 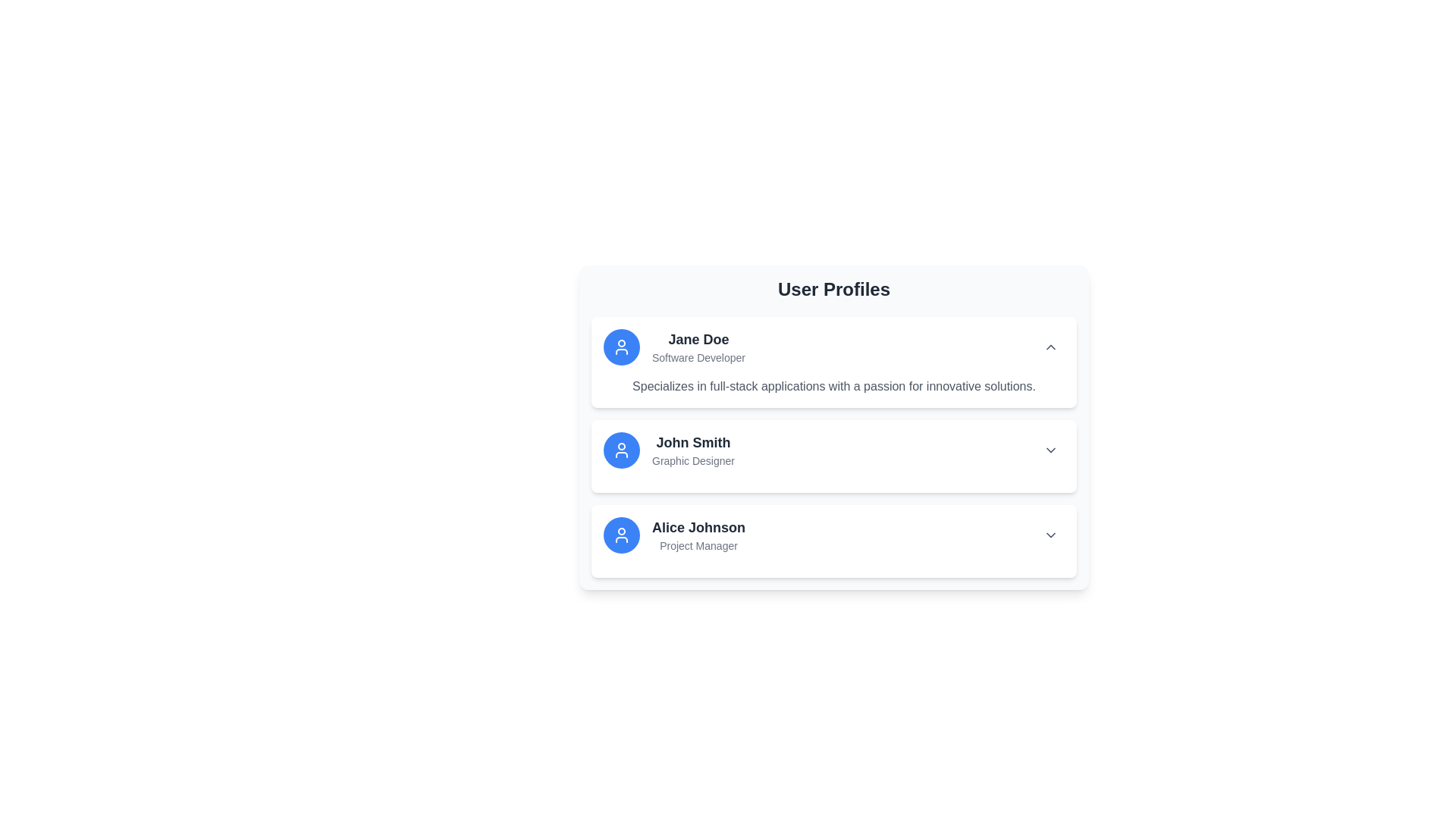 What do you see at coordinates (698, 338) in the screenshot?
I see `the text label displaying 'Jane Doe' in bold, dark text` at bounding box center [698, 338].